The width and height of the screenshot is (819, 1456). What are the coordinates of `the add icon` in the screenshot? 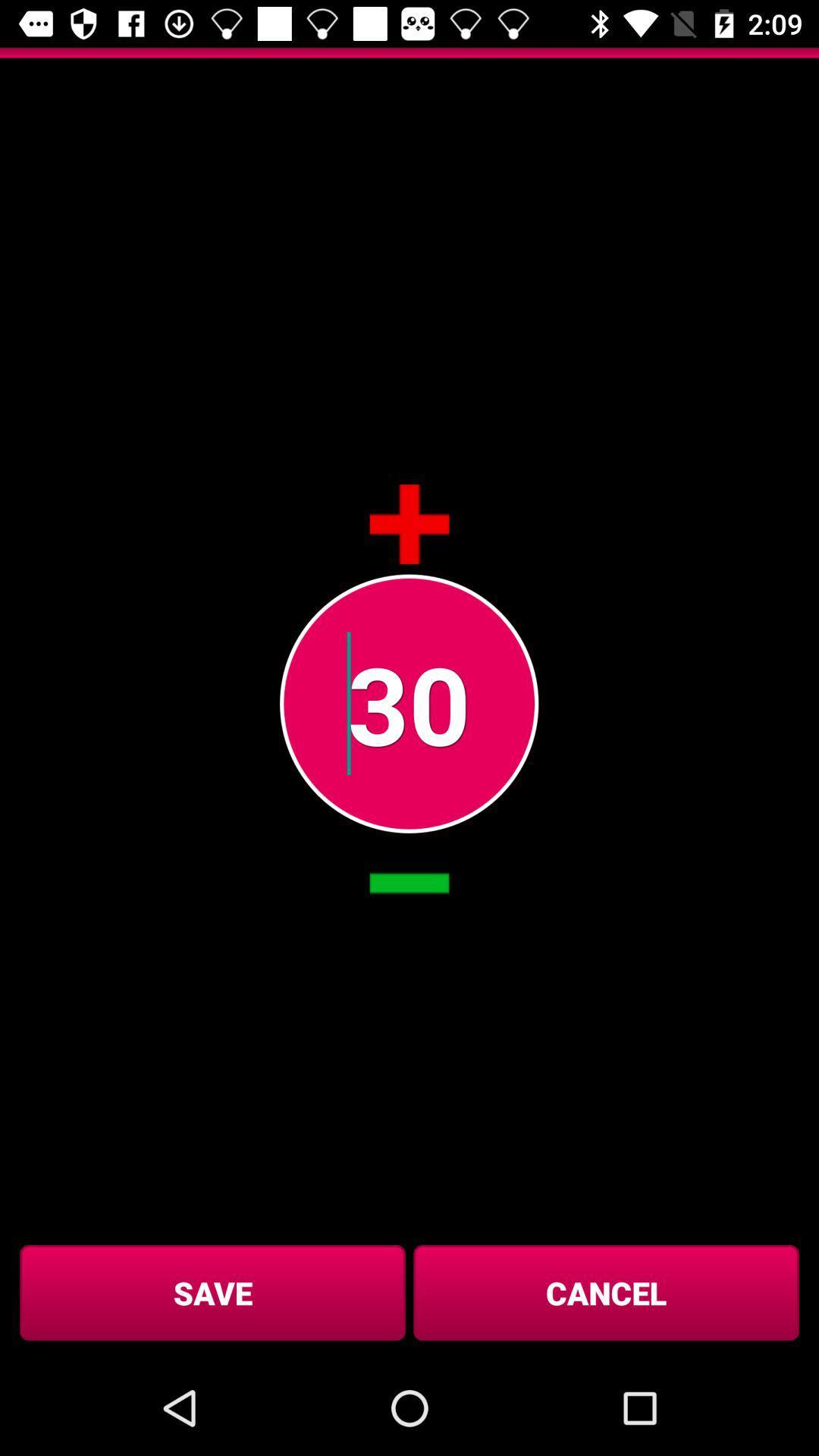 It's located at (409, 524).